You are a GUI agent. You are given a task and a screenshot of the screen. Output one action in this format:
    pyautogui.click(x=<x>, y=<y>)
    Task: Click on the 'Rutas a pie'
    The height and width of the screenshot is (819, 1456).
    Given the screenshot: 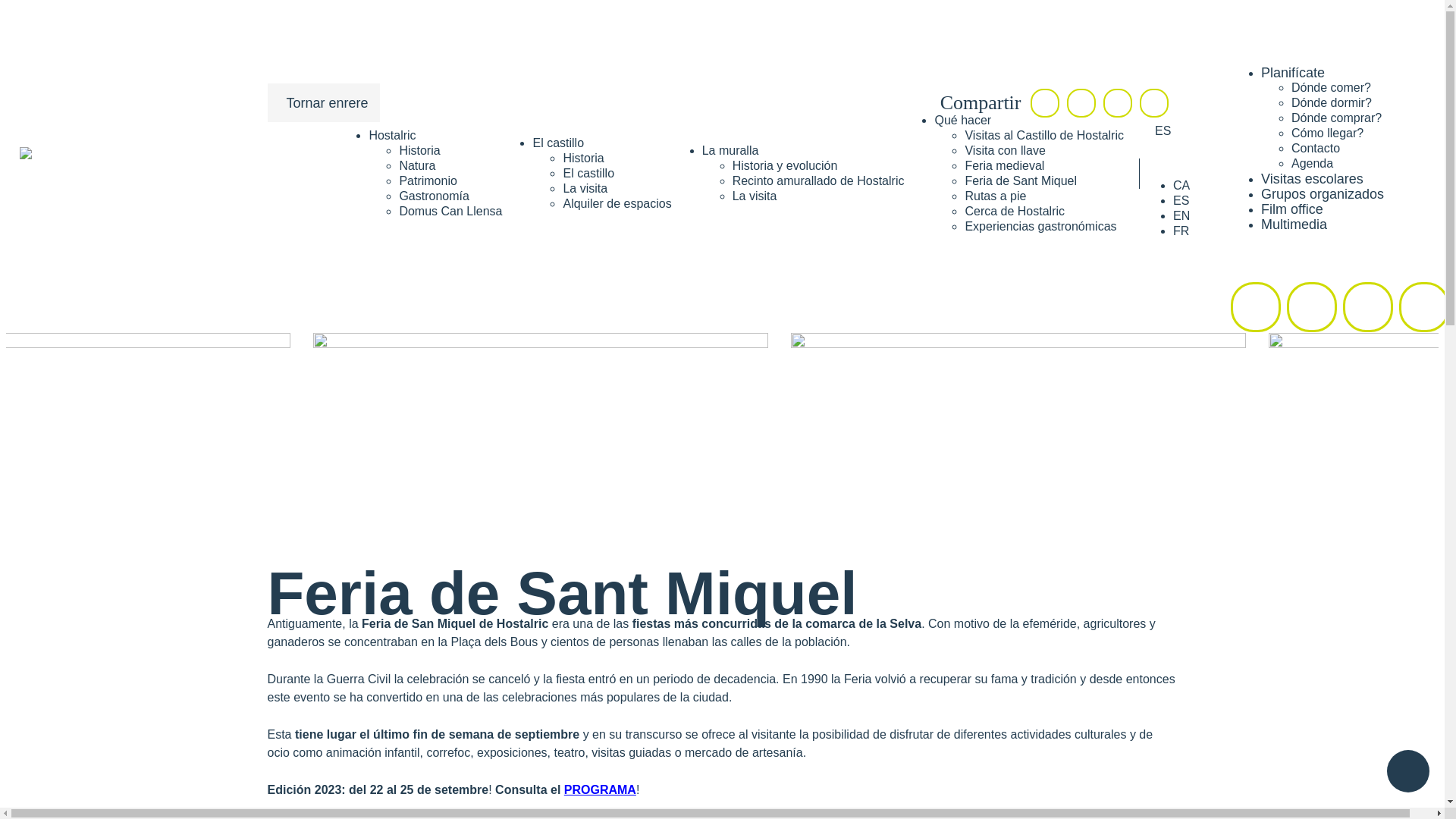 What is the action you would take?
    pyautogui.click(x=995, y=195)
    